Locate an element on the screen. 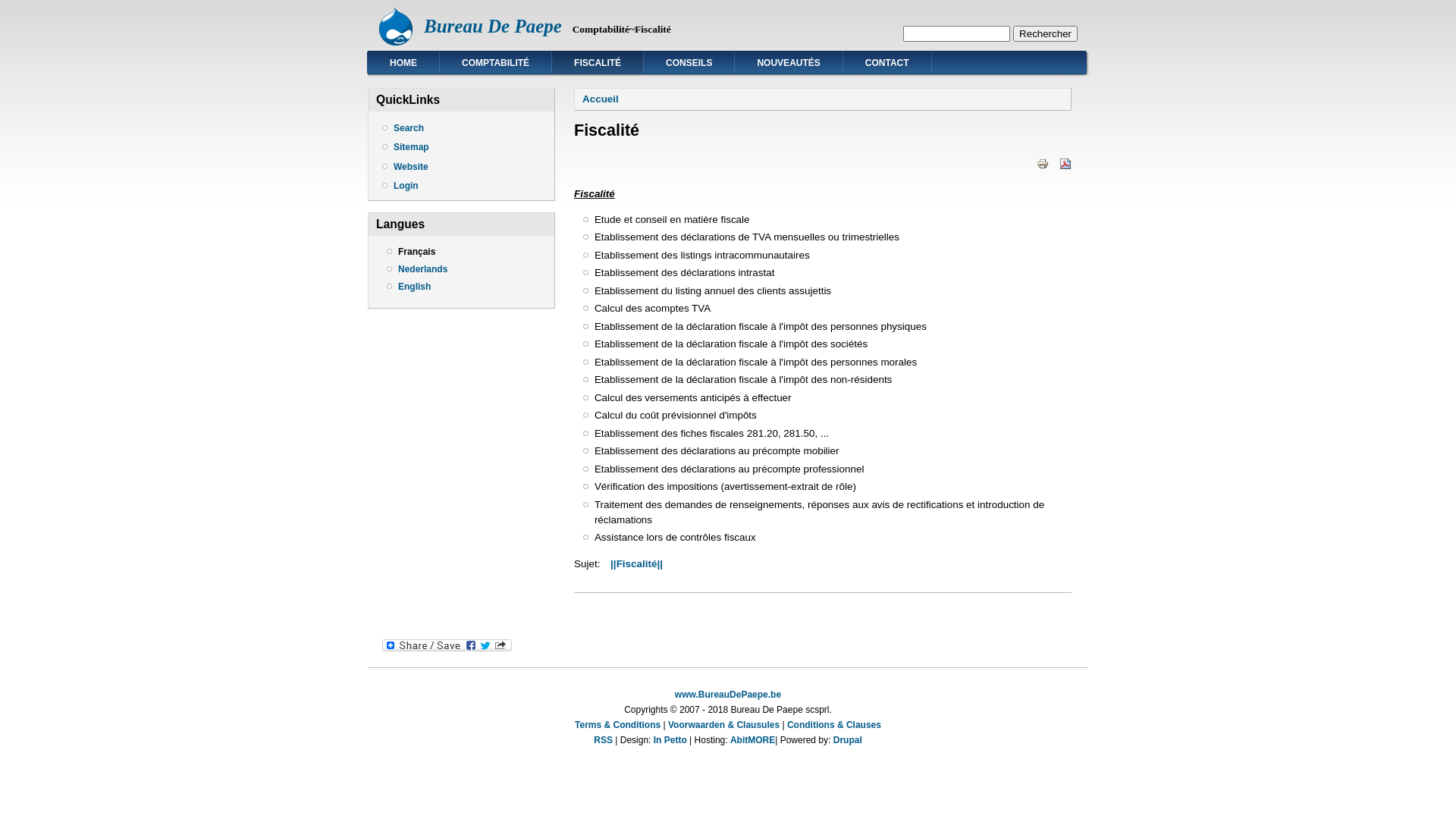 This screenshot has width=1456, height=819. 'Bureau De Paepe' is located at coordinates (423, 26).